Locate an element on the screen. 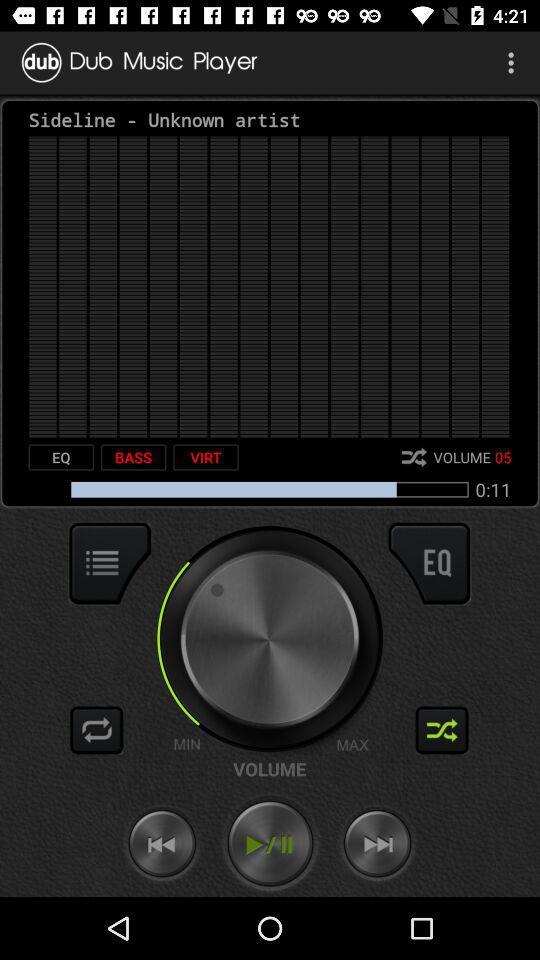  bass  item is located at coordinates (133, 457).